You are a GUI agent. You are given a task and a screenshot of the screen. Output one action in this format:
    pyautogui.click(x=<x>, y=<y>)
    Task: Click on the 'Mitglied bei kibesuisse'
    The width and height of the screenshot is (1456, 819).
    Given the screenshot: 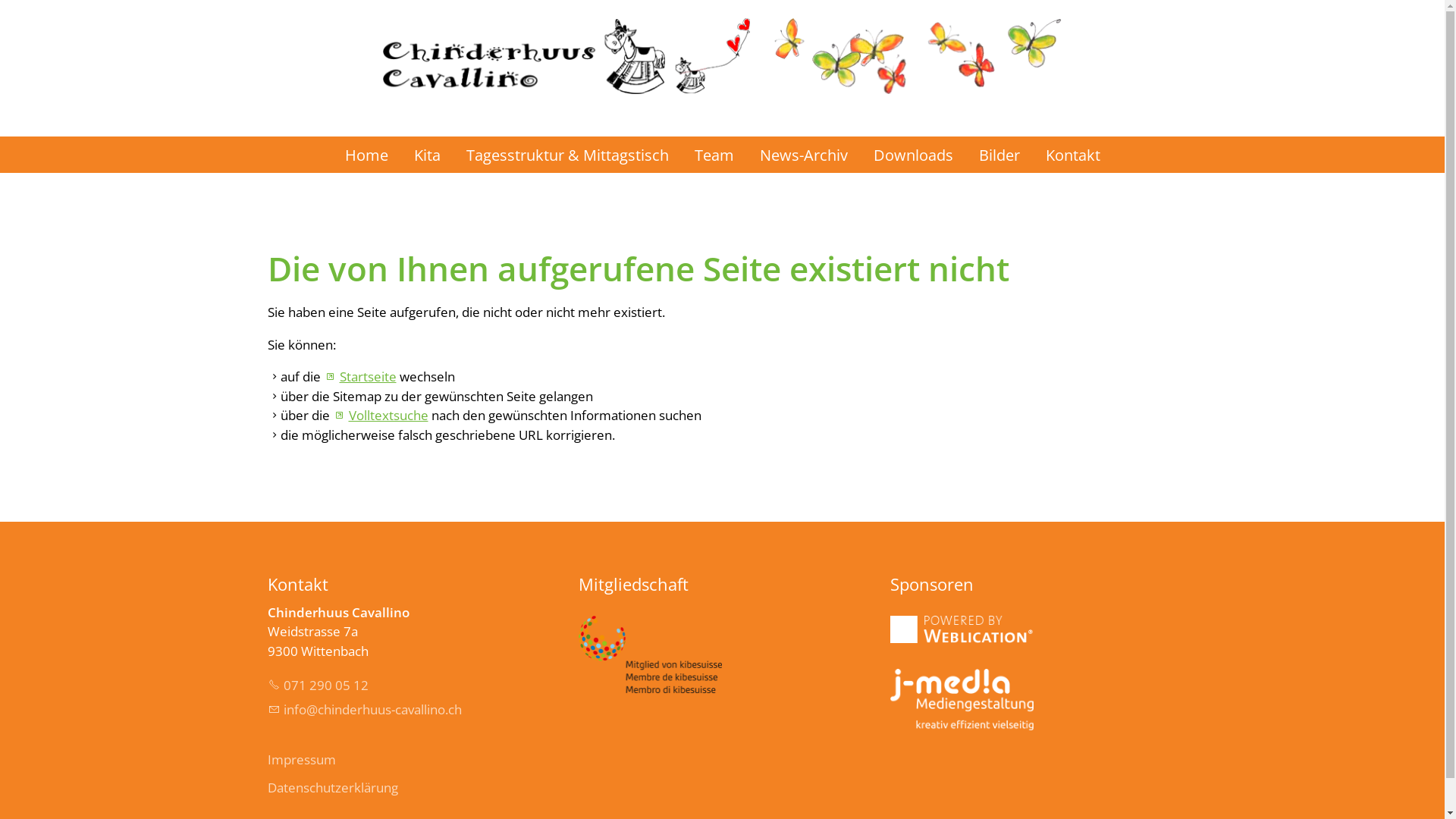 What is the action you would take?
    pyautogui.click(x=650, y=654)
    